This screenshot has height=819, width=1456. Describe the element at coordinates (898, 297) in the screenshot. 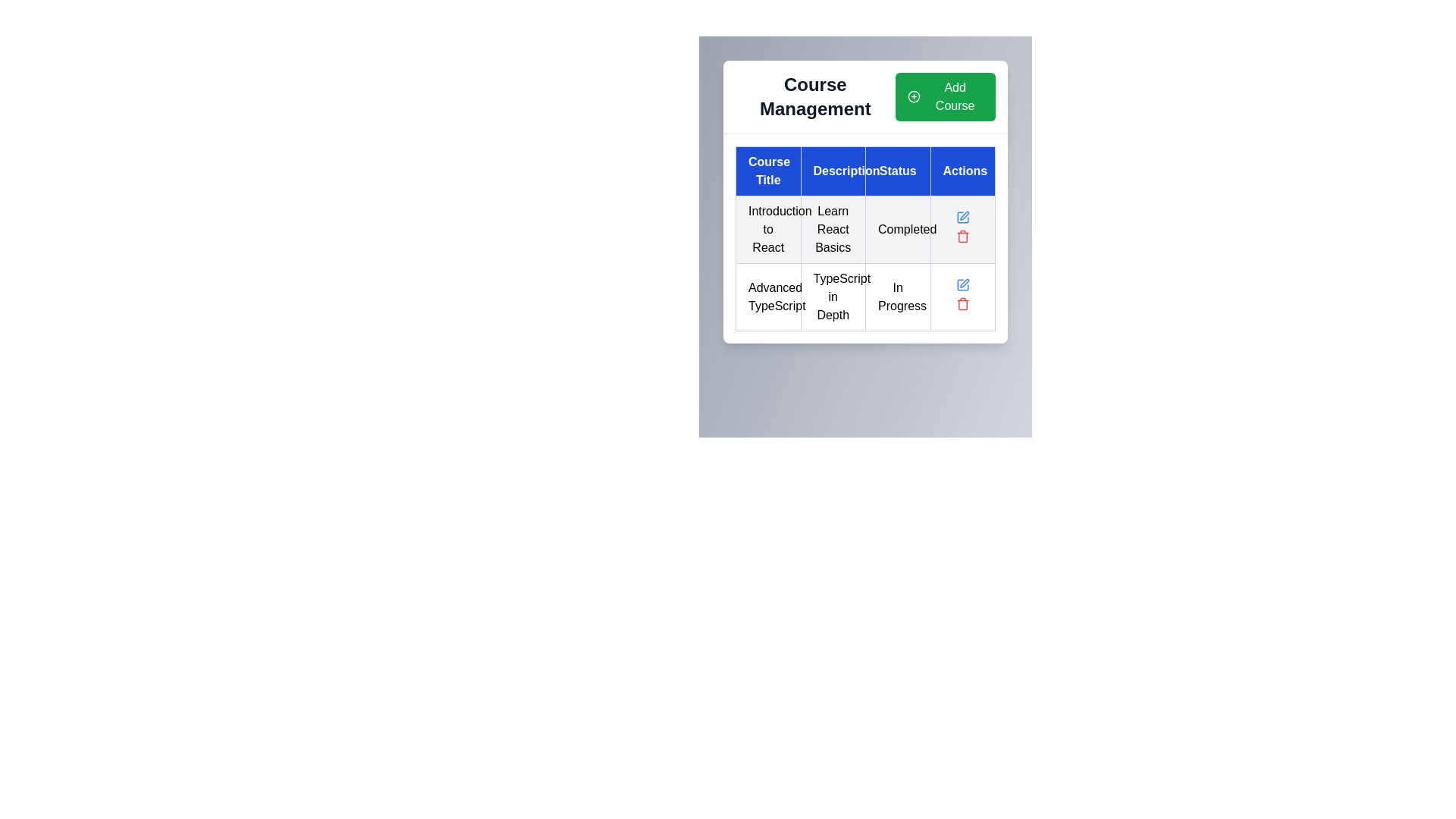

I see `the status indicator text label that shows 'In Progress' for the course 'Advanced TypeScript', located in the third column of the second row` at that location.